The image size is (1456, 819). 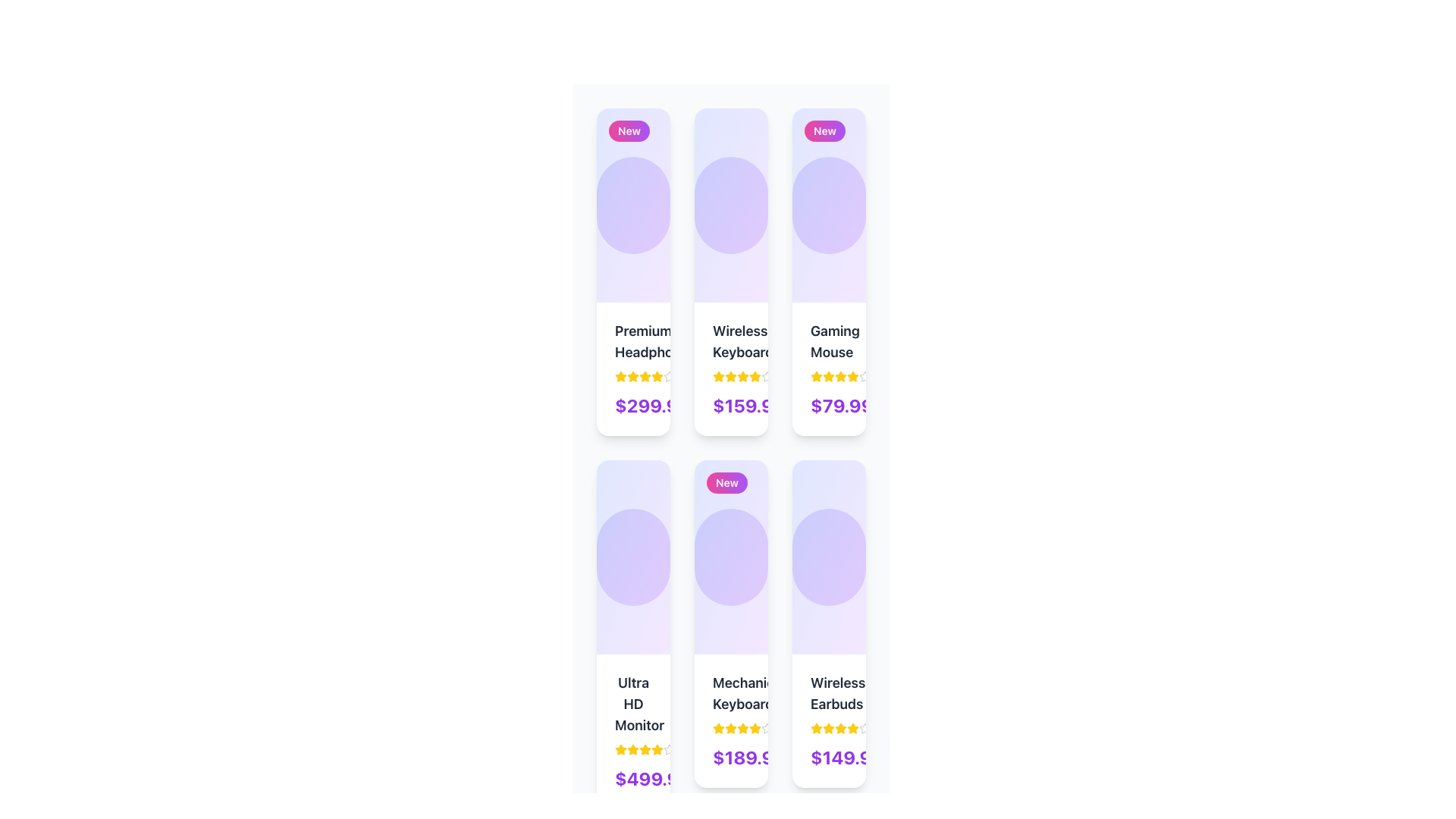 What do you see at coordinates (828, 557) in the screenshot?
I see `the decorative graphic element located at the center of the fifth product card in the vertical grid, enhancing the visual aesthetics of the interface` at bounding box center [828, 557].